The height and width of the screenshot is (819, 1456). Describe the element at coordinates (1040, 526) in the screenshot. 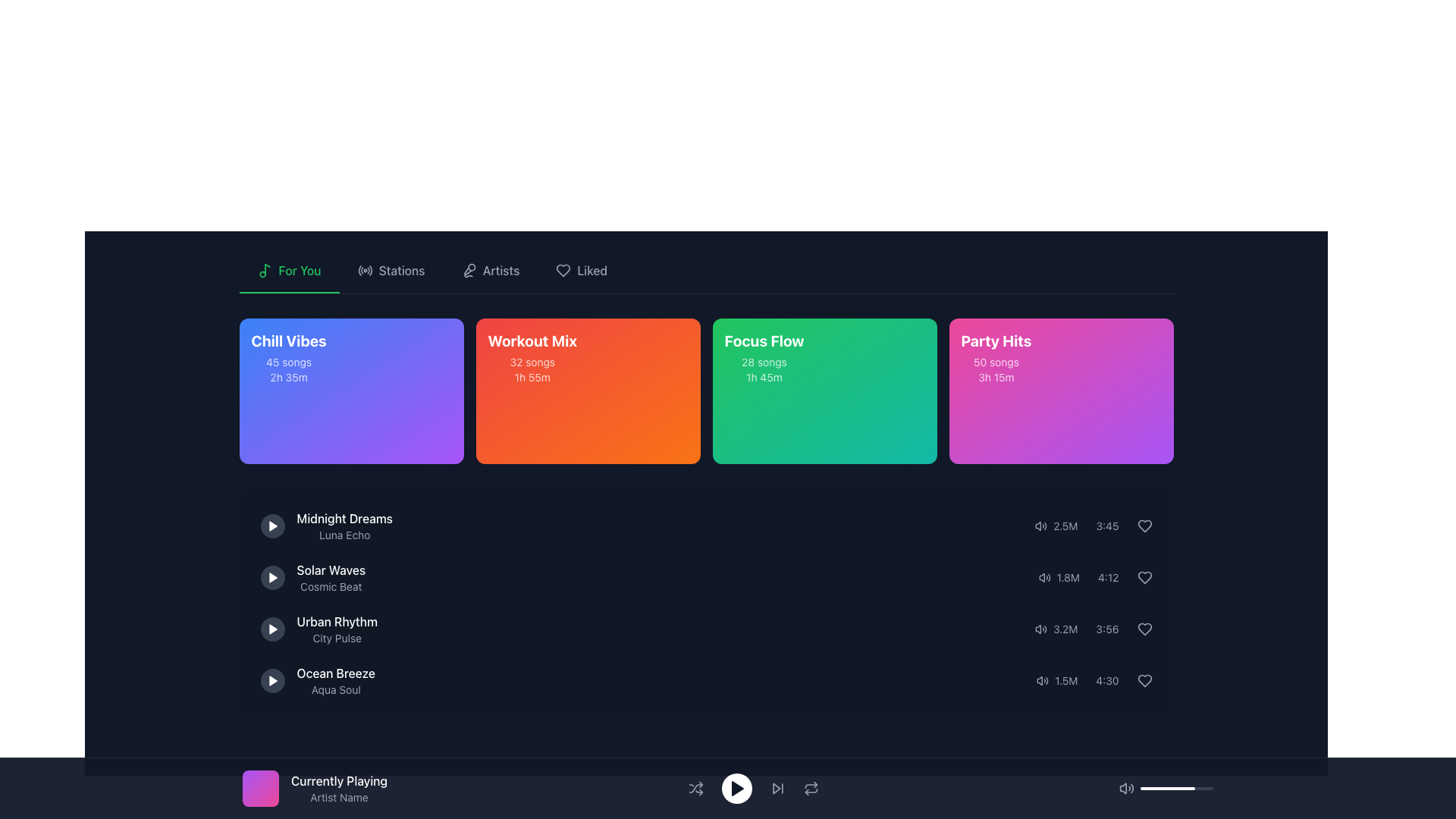

I see `the audio indicator icon located to the left of the text '2.5M'` at that location.